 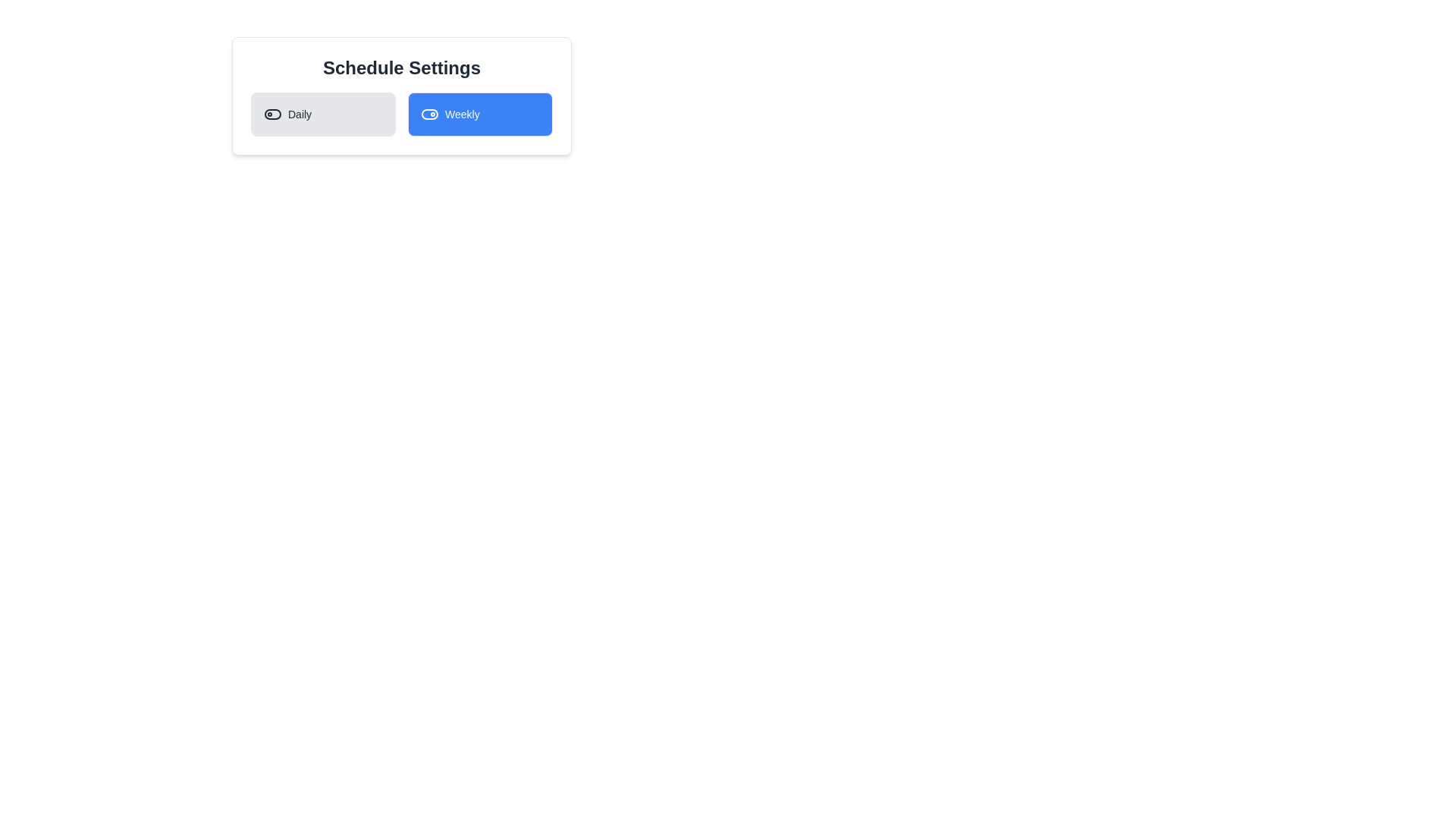 I want to click on the 'Weekly' text label that indicates the activation of the weekly schedule setting within the button component under 'Schedule Settings', so click(x=461, y=113).